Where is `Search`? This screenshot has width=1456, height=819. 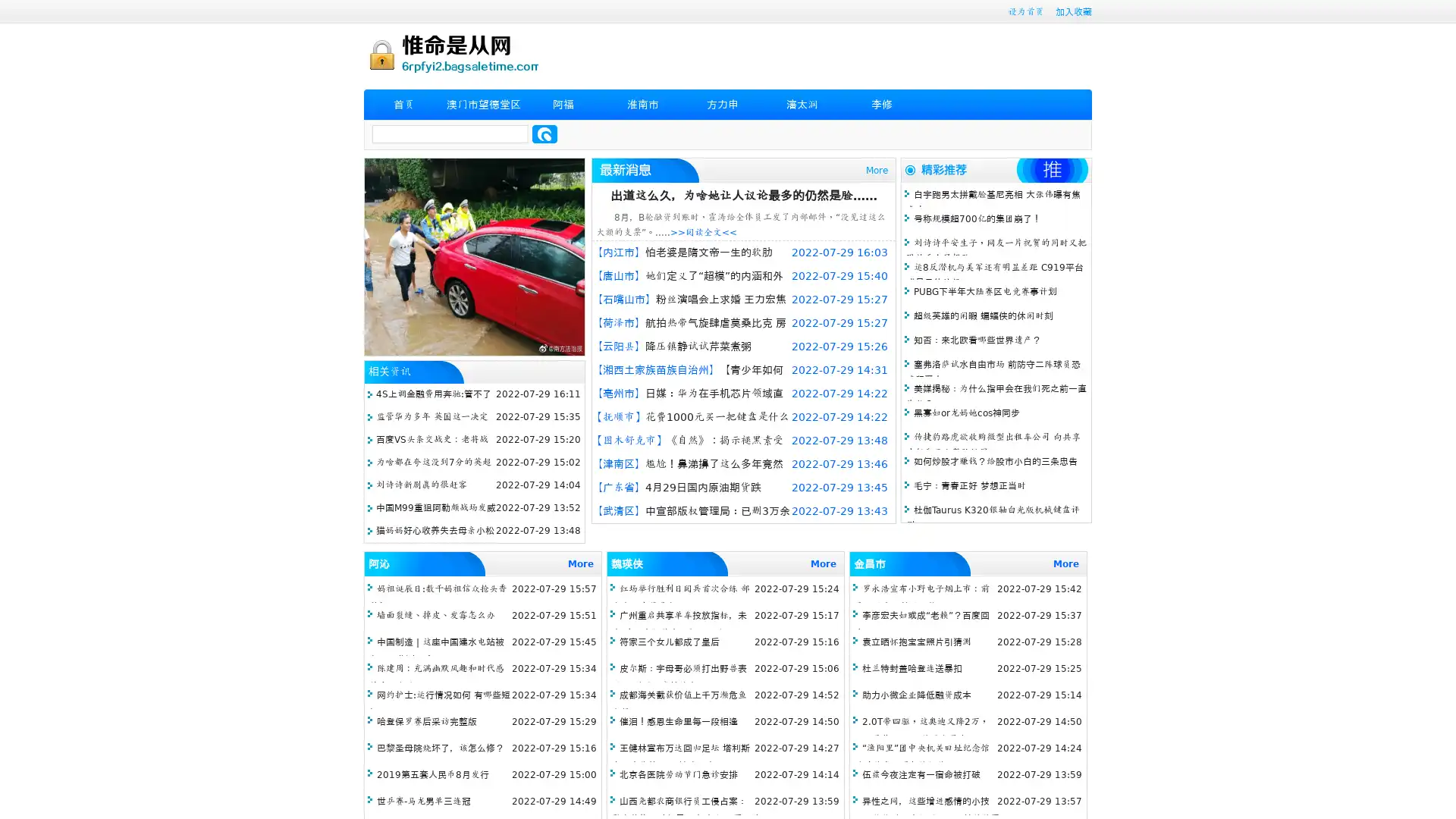 Search is located at coordinates (544, 133).